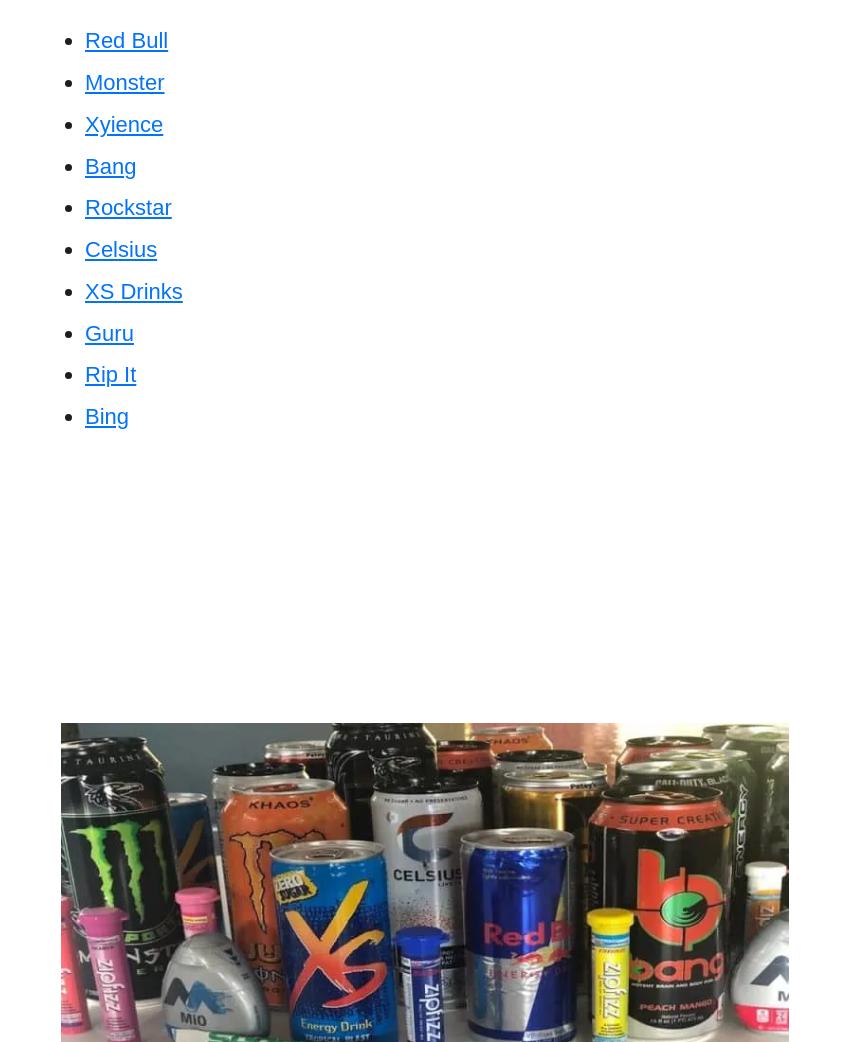 Image resolution: width=850 pixels, height=1042 pixels. I want to click on 'Bing', so click(106, 415).